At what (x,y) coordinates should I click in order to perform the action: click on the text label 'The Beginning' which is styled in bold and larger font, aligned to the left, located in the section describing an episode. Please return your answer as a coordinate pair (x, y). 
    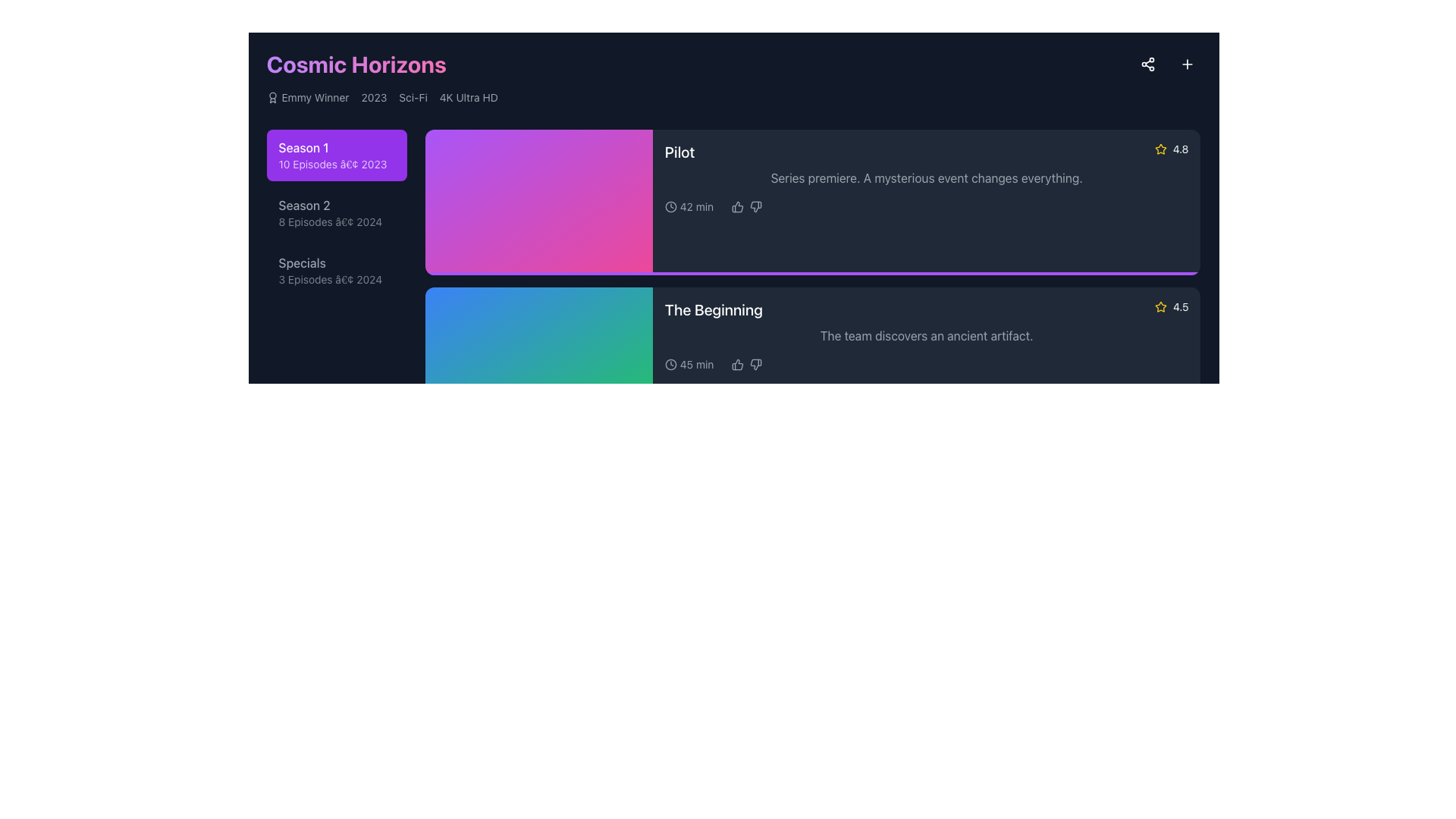
    Looking at the image, I should click on (713, 309).